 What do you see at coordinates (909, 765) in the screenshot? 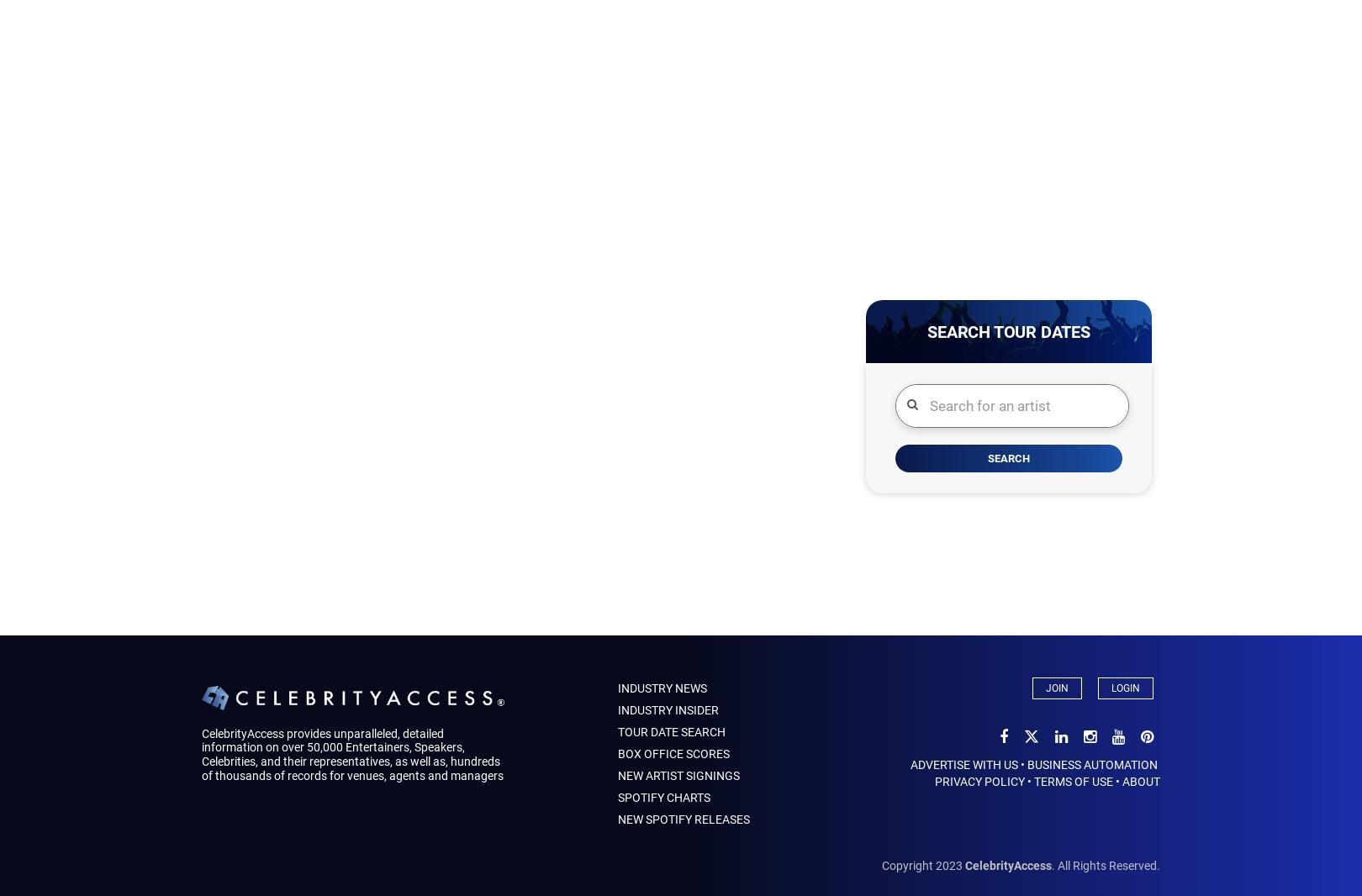
I see `'ADVERTISE WITH US'` at bounding box center [909, 765].